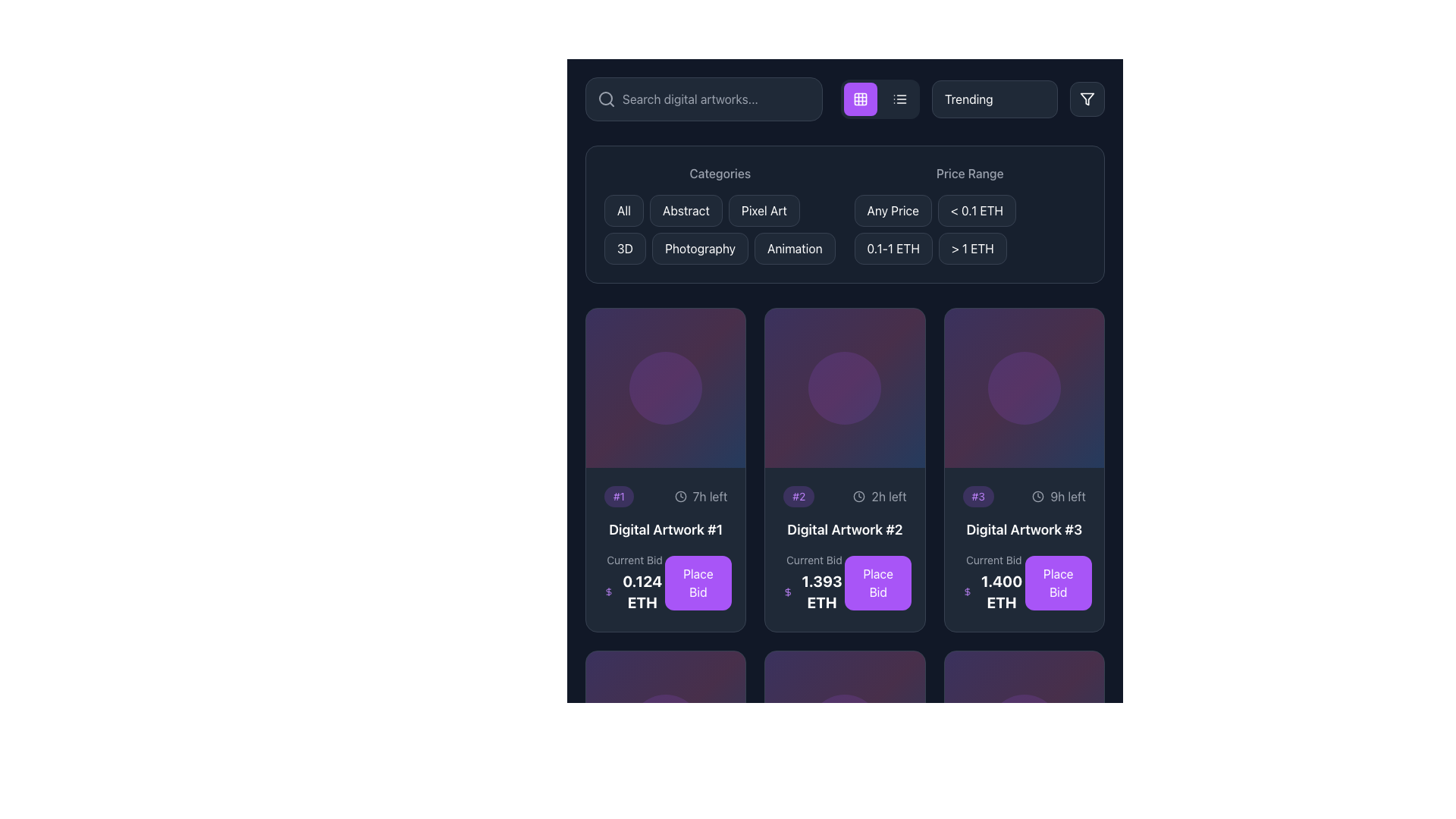  I want to click on the Text label that serves as a descriptive label for the category selection section, positioned above the category buttons like 'All' and 'Abstract', so click(719, 172).